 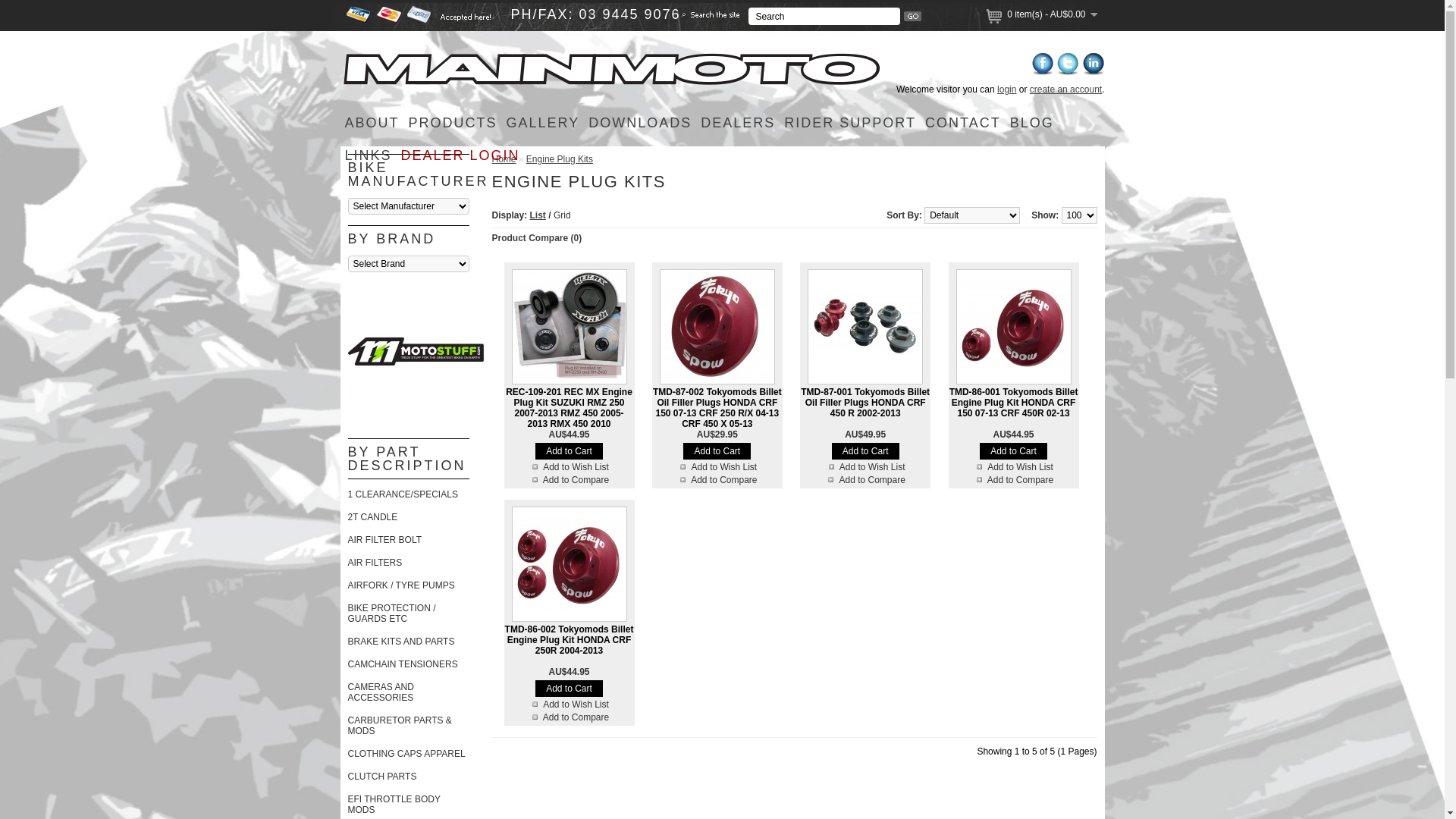 I want to click on '2T CANDLE', so click(x=372, y=516).